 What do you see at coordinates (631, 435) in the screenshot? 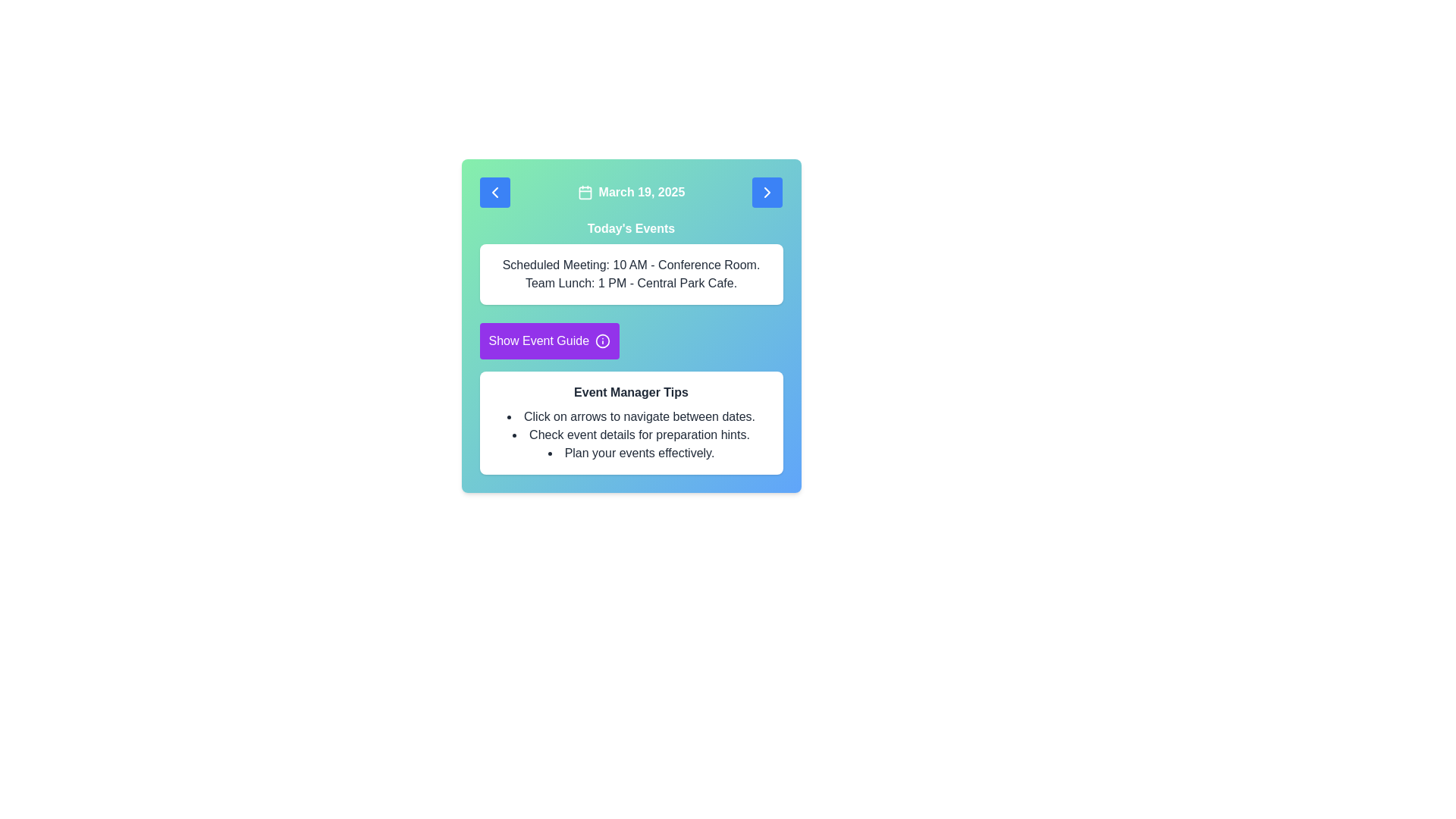
I see `text in the bulleted list titled 'Event Manager Tips' which contains three items: 'Click on arrows to navigate between dates.', 'Check event details for preparation hints.', and 'Plan your events effectively.'` at bounding box center [631, 435].